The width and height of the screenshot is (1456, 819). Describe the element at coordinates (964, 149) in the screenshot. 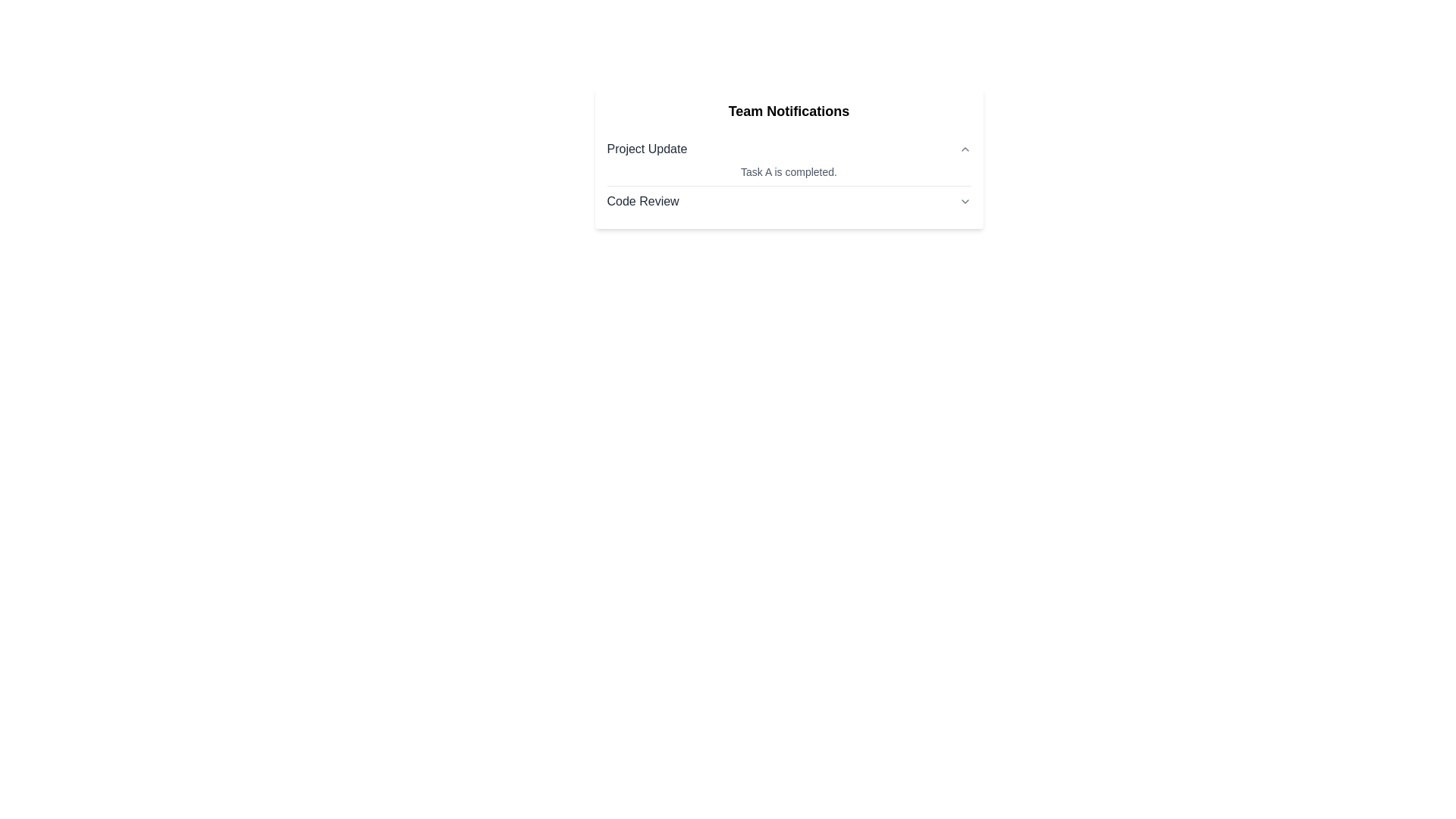

I see `the small triangular upward-pointing gray arrow icon located in the top-right corner next to the text 'Project Update' to change its appearance` at that location.